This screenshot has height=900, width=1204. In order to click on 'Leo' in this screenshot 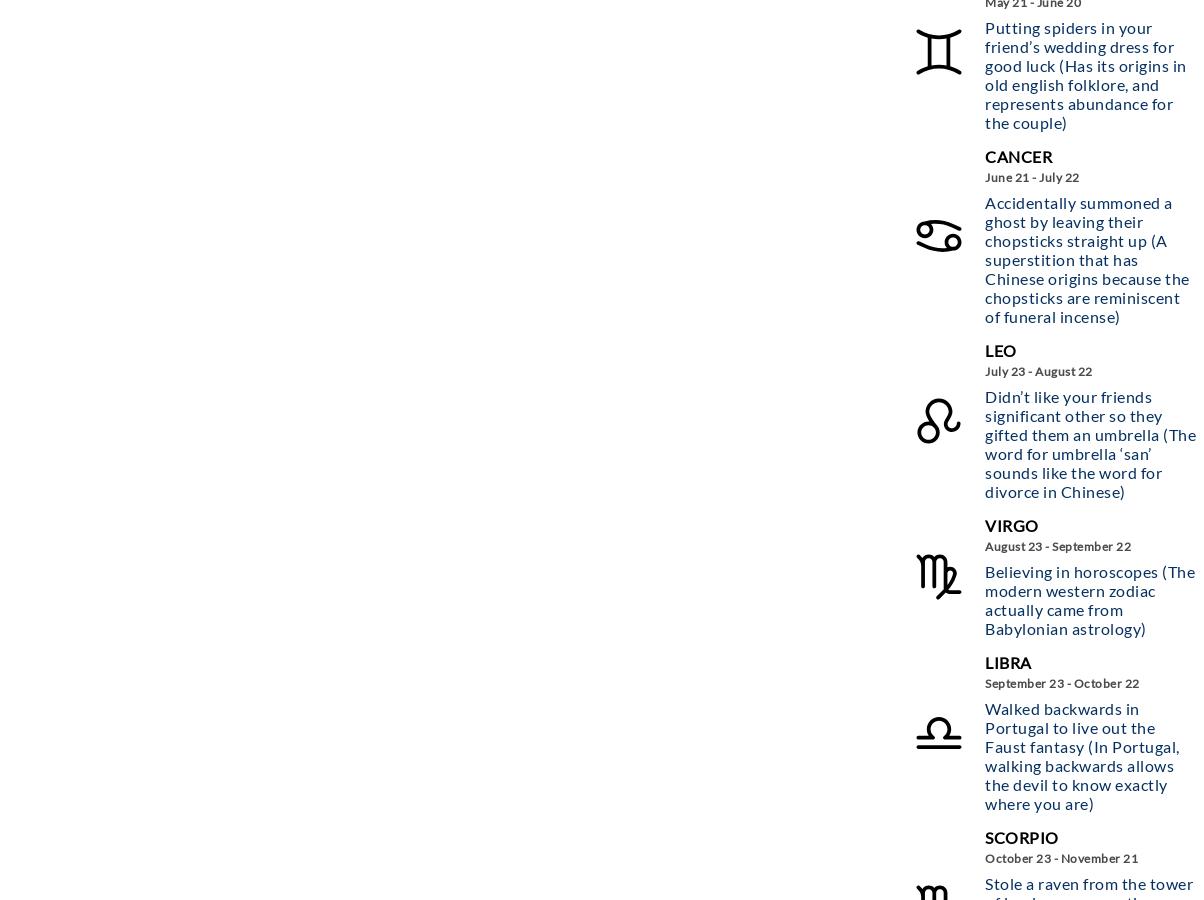, I will do `click(1000, 349)`.